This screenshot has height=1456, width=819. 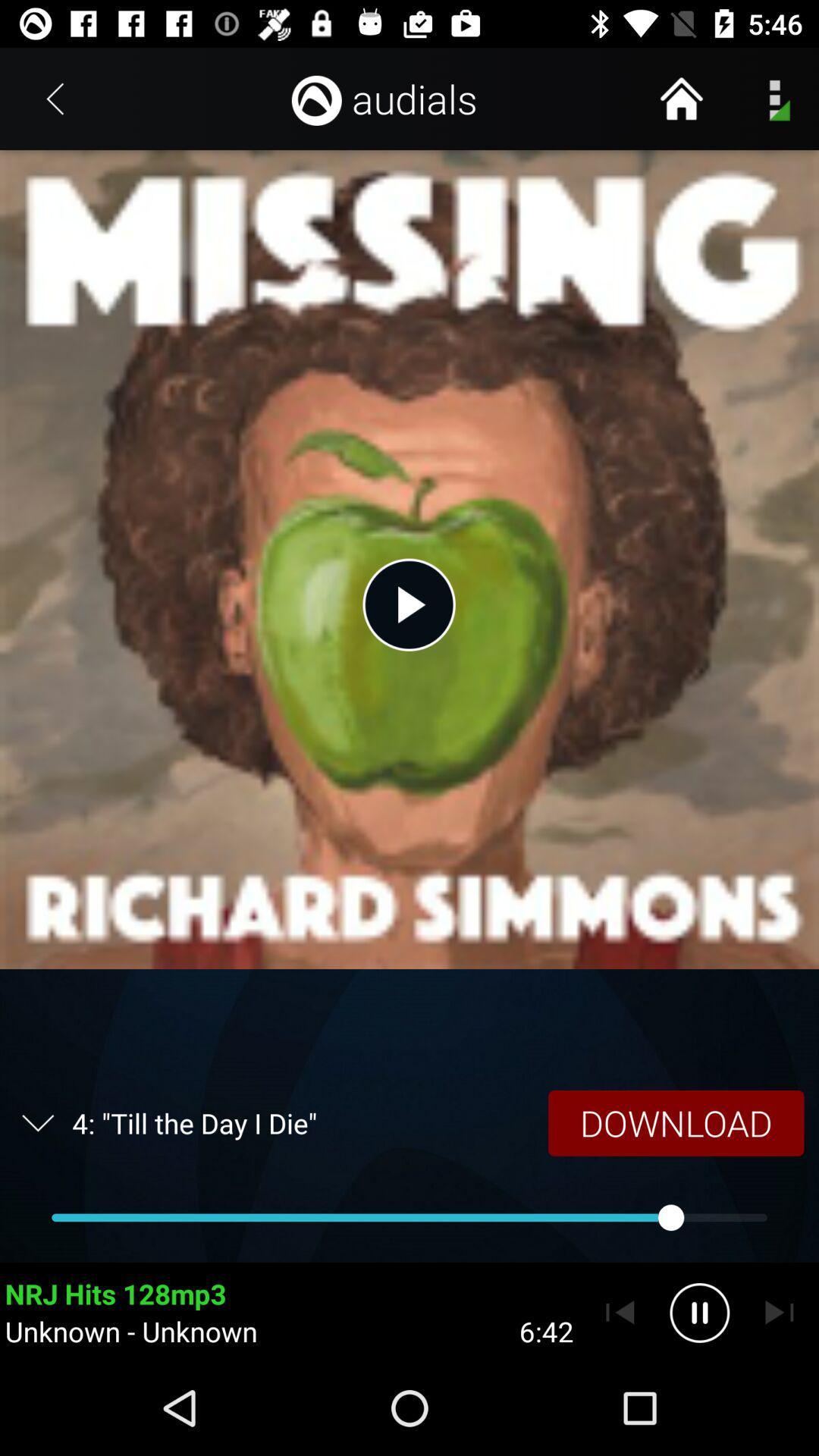 I want to click on fast forward, so click(x=779, y=1312).